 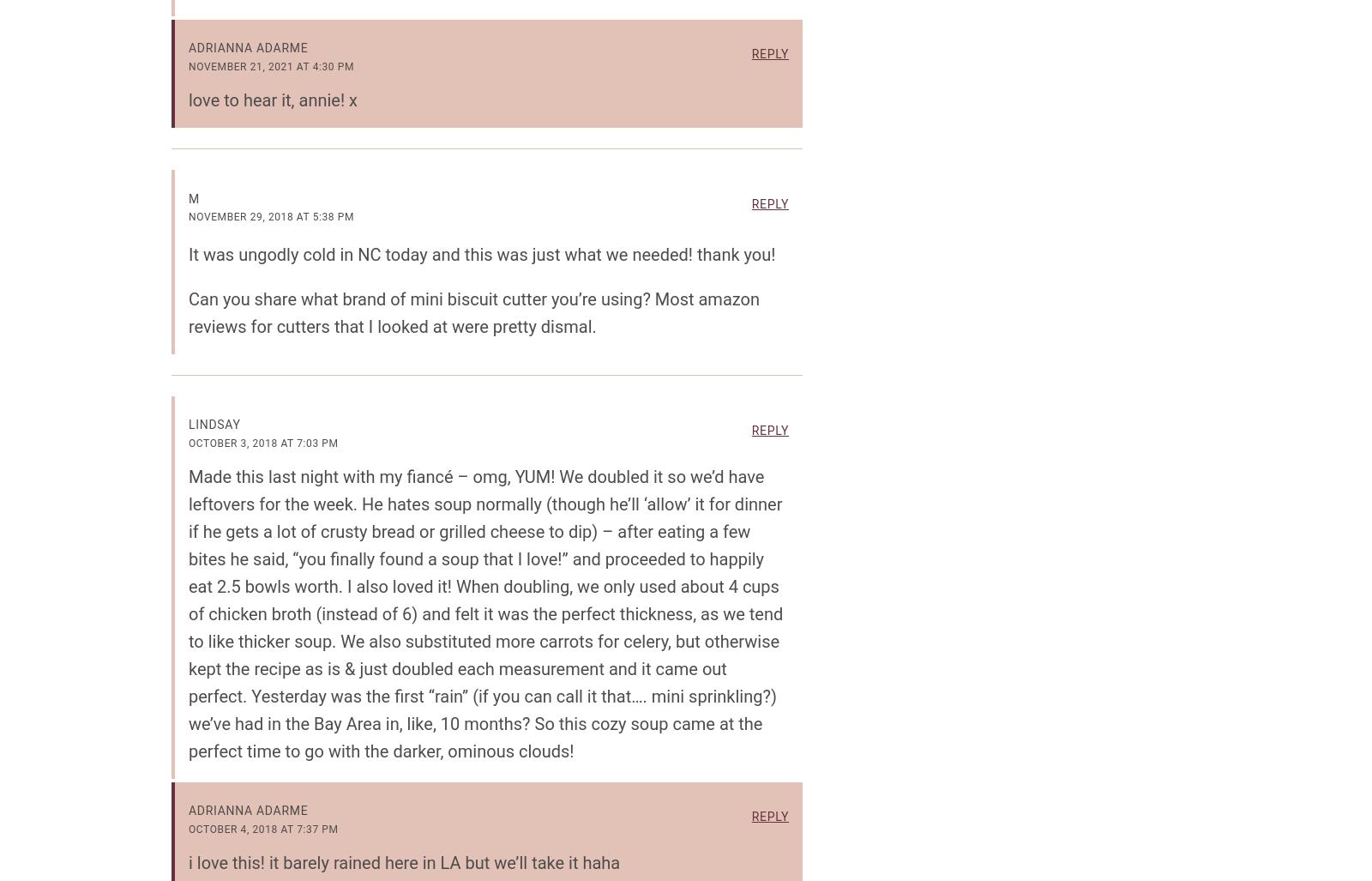 I want to click on 'November 21, 2021 at 4:30 pm', so click(x=189, y=65).